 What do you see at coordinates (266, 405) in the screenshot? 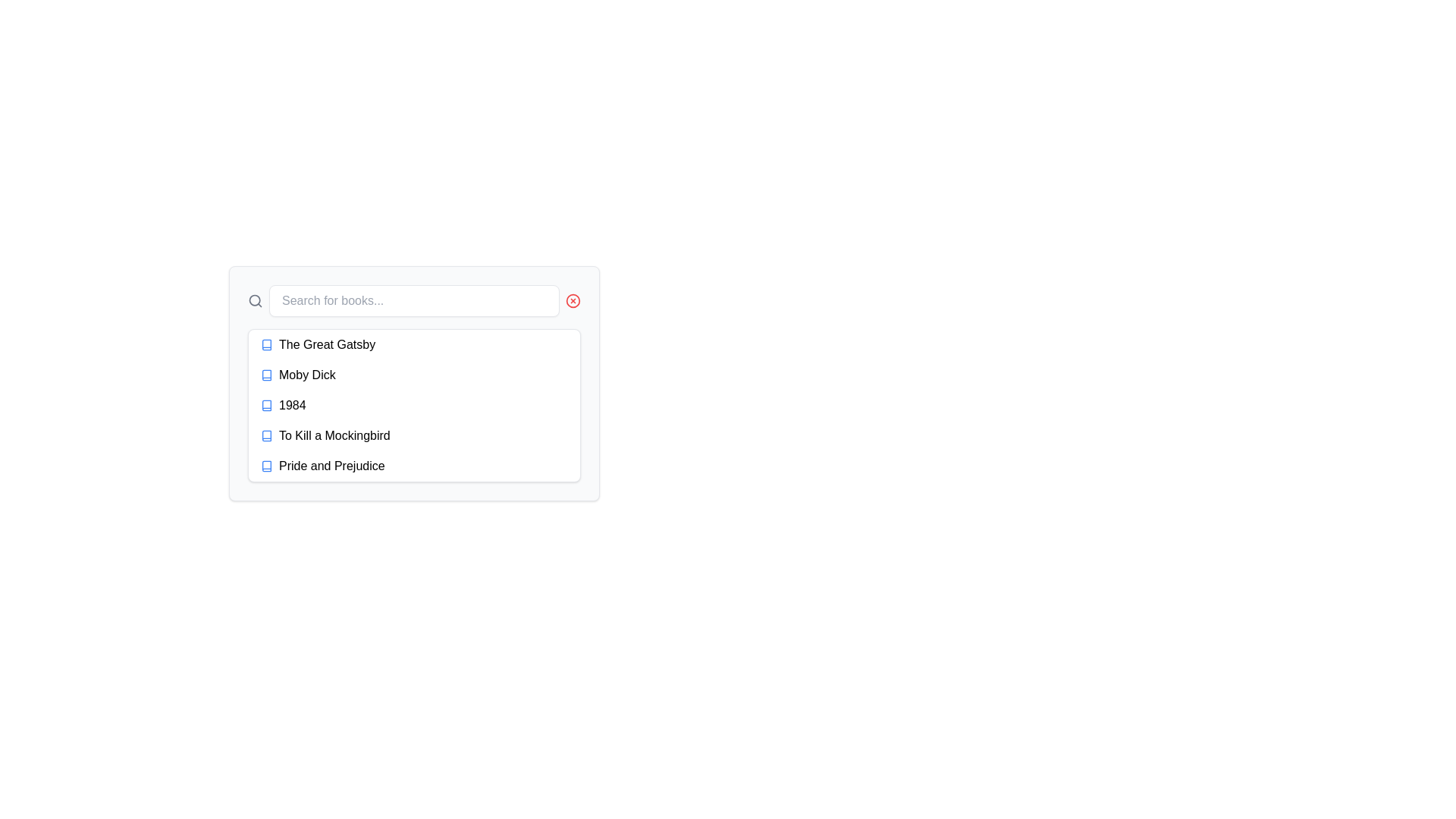
I see `the illustrative book icon located to the left of the text label '1984' in the list of book titles` at bounding box center [266, 405].